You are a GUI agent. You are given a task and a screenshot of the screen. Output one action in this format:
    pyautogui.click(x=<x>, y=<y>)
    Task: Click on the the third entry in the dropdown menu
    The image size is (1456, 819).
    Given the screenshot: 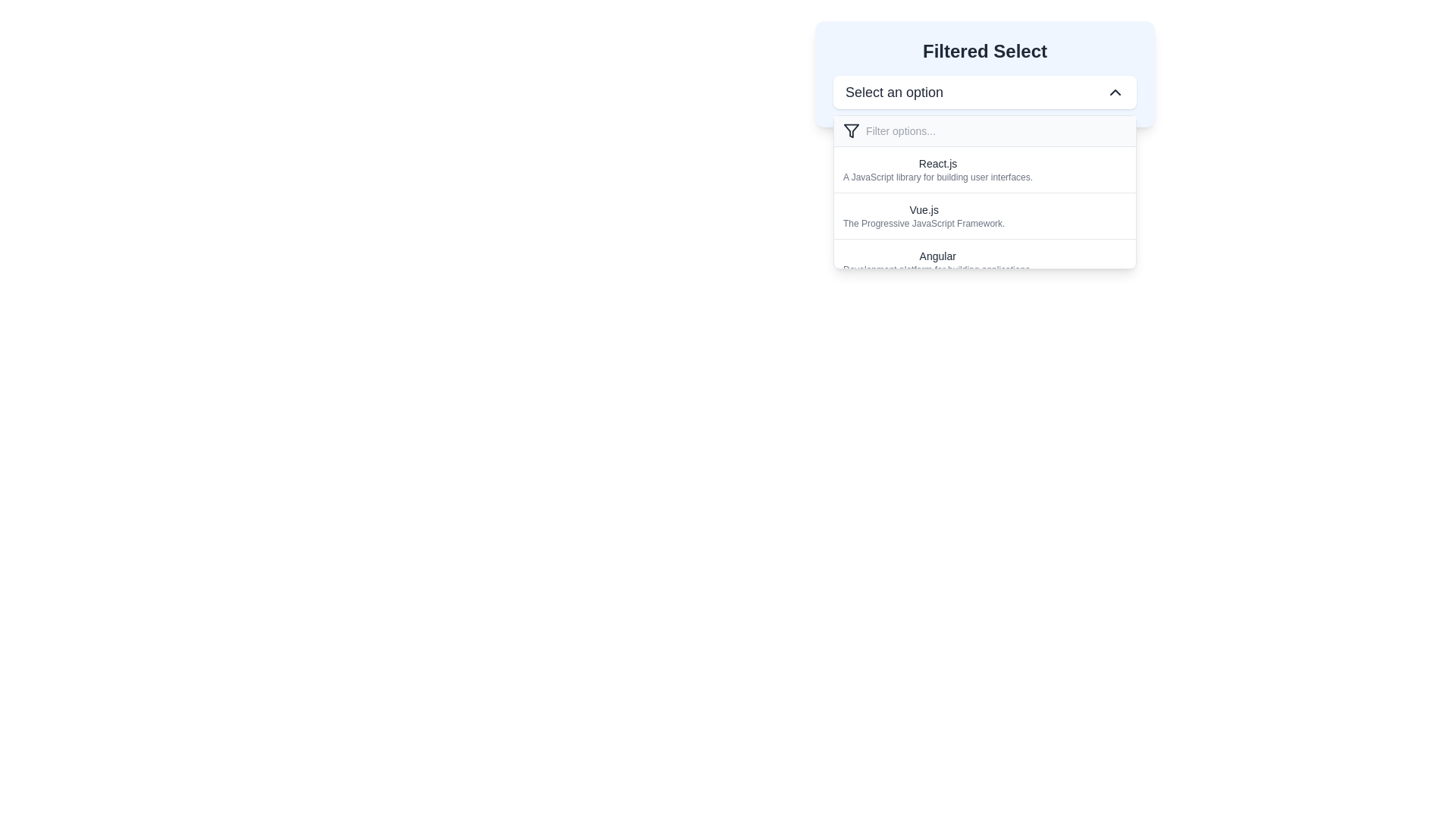 What is the action you would take?
    pyautogui.click(x=985, y=260)
    